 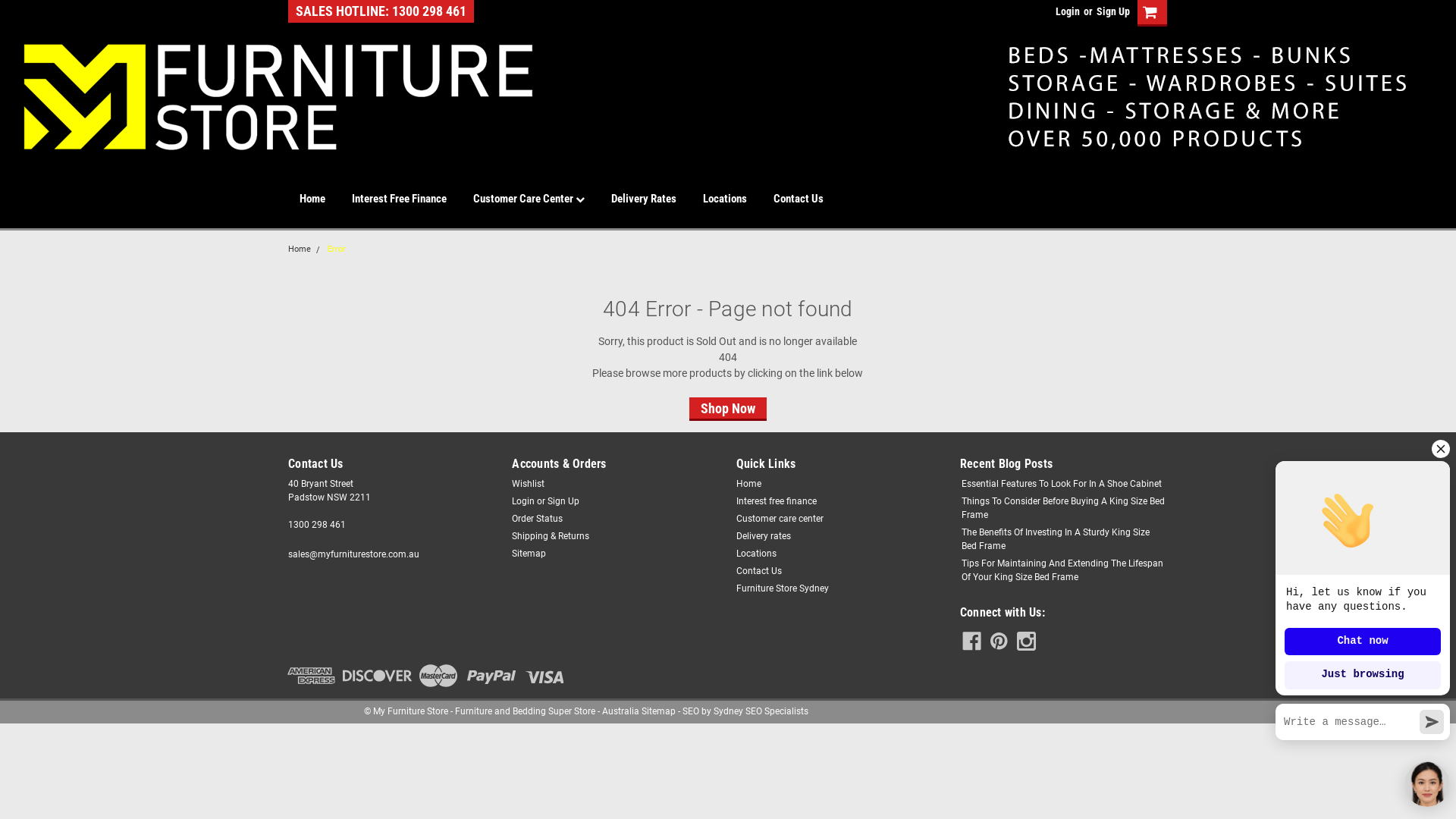 What do you see at coordinates (287, 523) in the screenshot?
I see `'1300 298 461'` at bounding box center [287, 523].